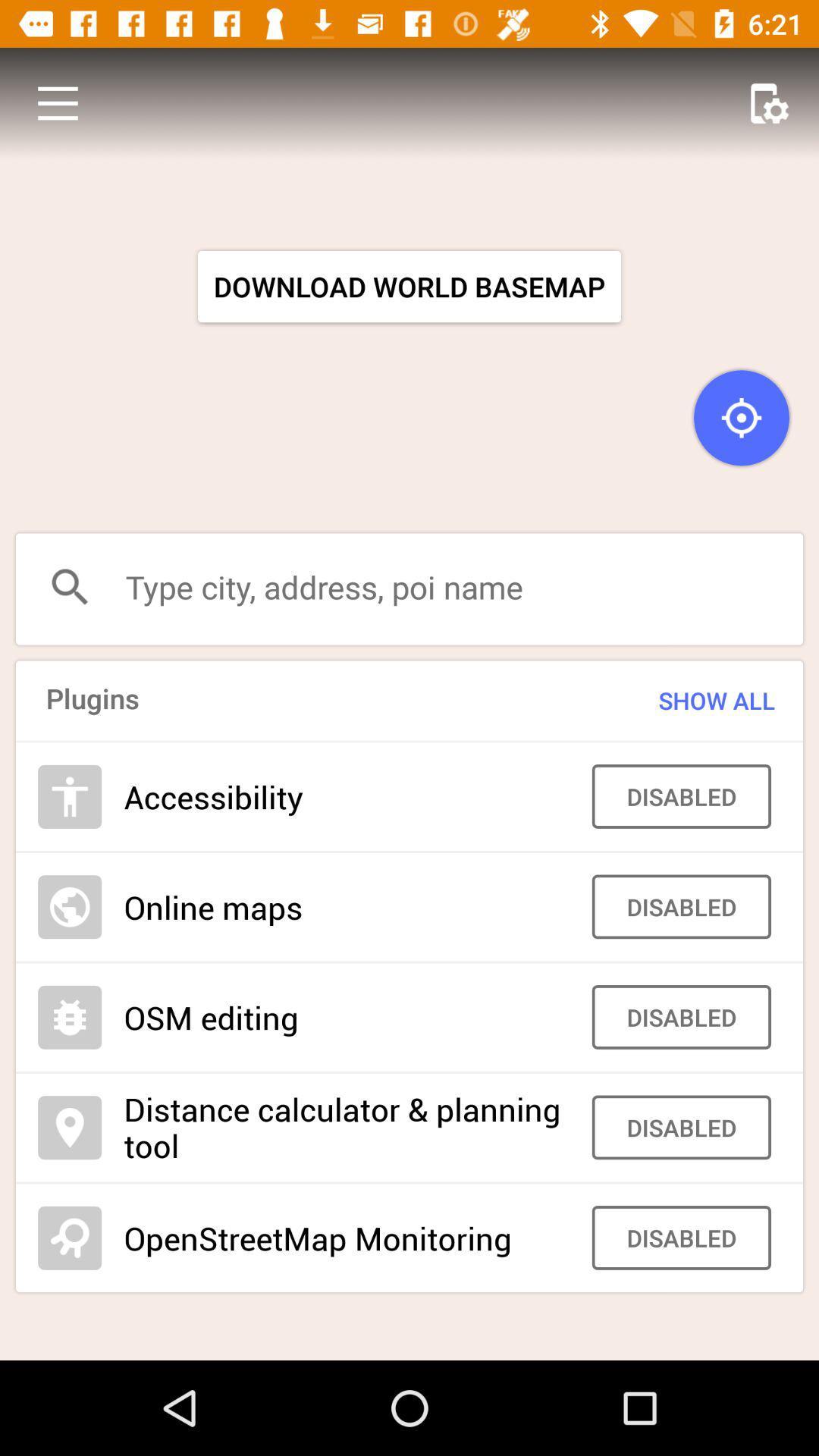  Describe the element at coordinates (70, 1017) in the screenshot. I see `the settings icon` at that location.